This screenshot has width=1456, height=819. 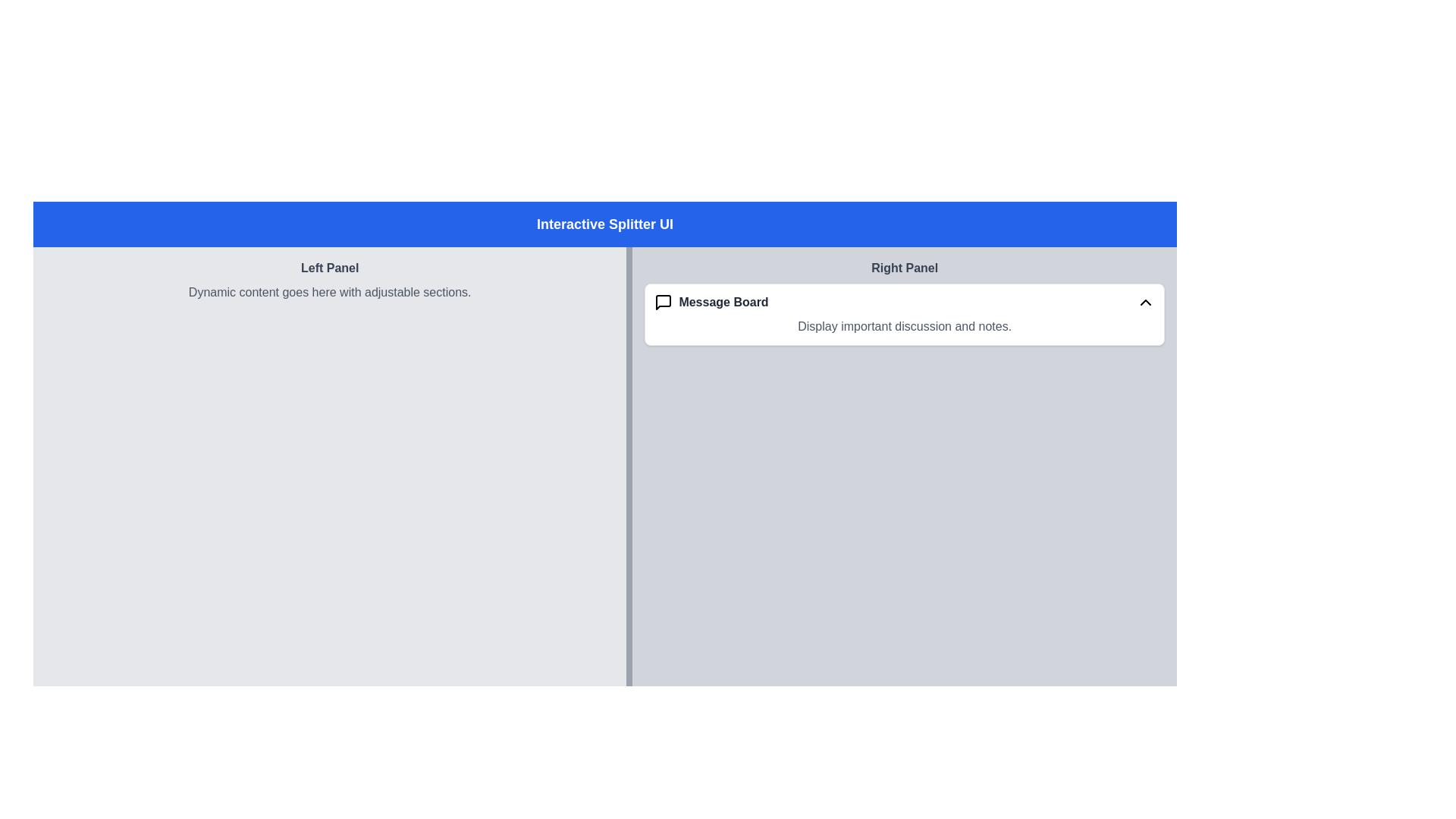 I want to click on the bold text label saying 'Left Panel', which is styled in dark gray and located at the top section of the left-aligned panel area, just below a blue header bar, so click(x=329, y=268).